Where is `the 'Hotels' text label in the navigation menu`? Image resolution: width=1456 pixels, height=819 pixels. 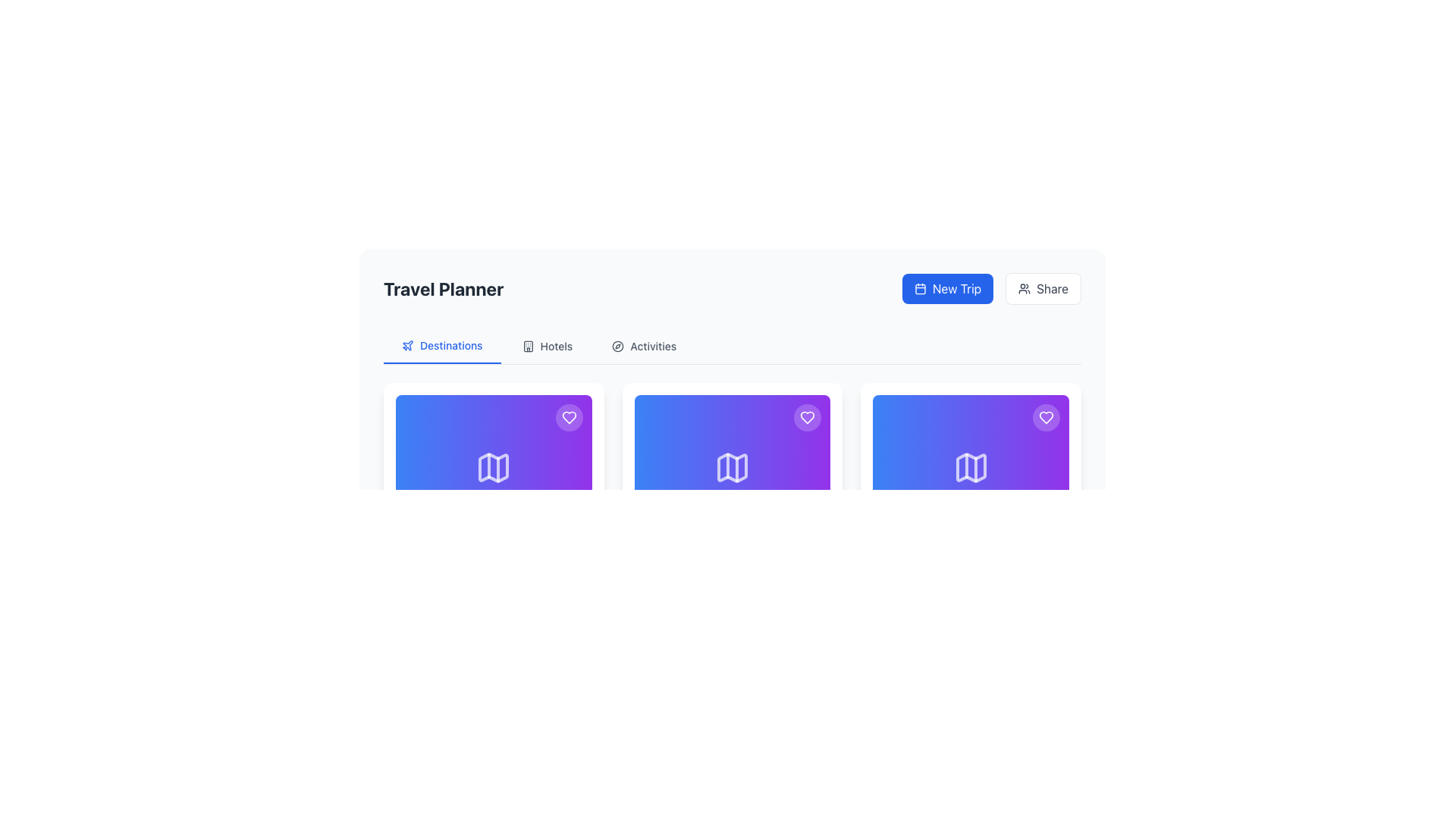
the 'Hotels' text label in the navigation menu is located at coordinates (556, 346).